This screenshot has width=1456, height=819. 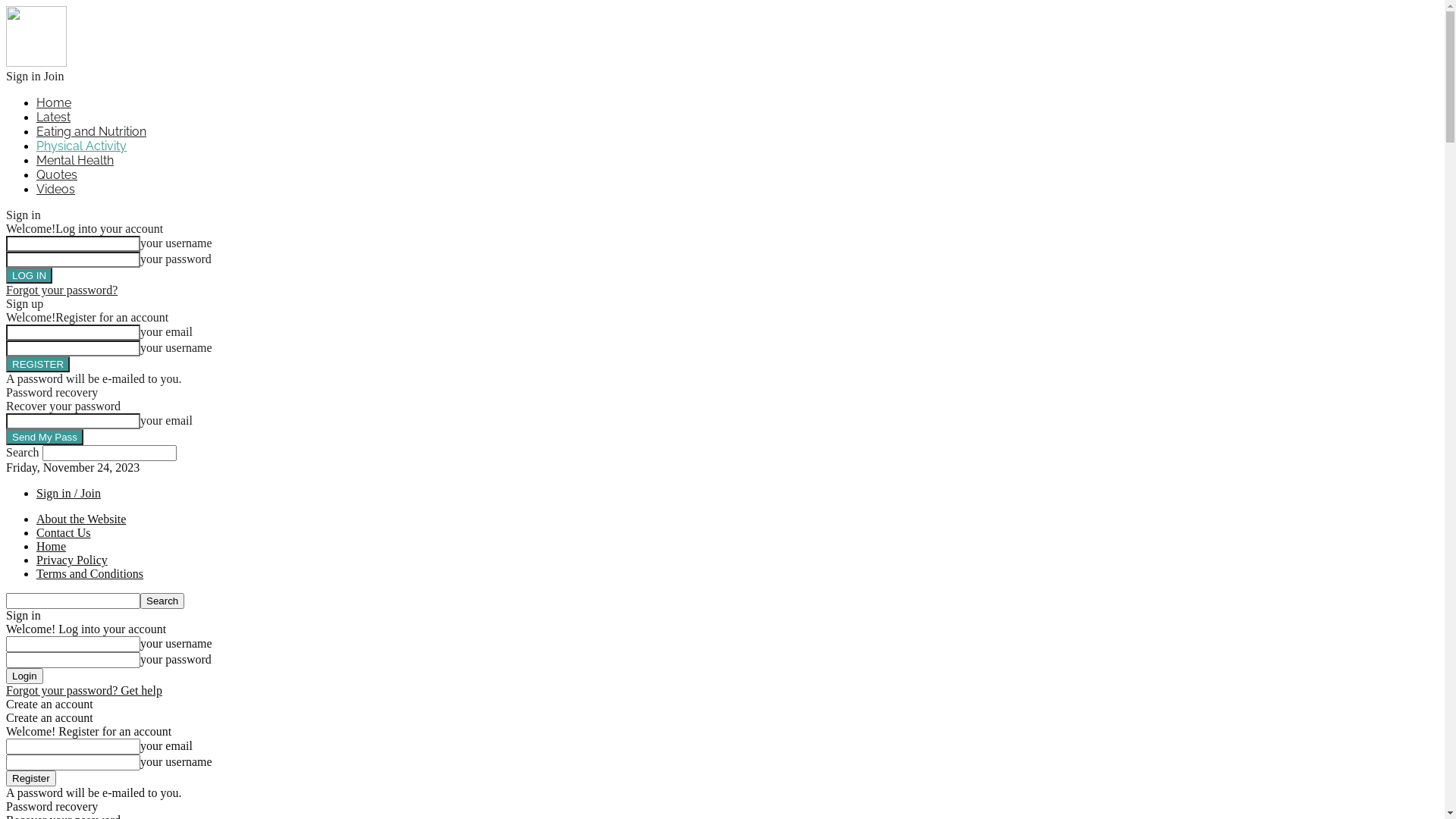 I want to click on 'Eating and Nutrition', so click(x=90, y=130).